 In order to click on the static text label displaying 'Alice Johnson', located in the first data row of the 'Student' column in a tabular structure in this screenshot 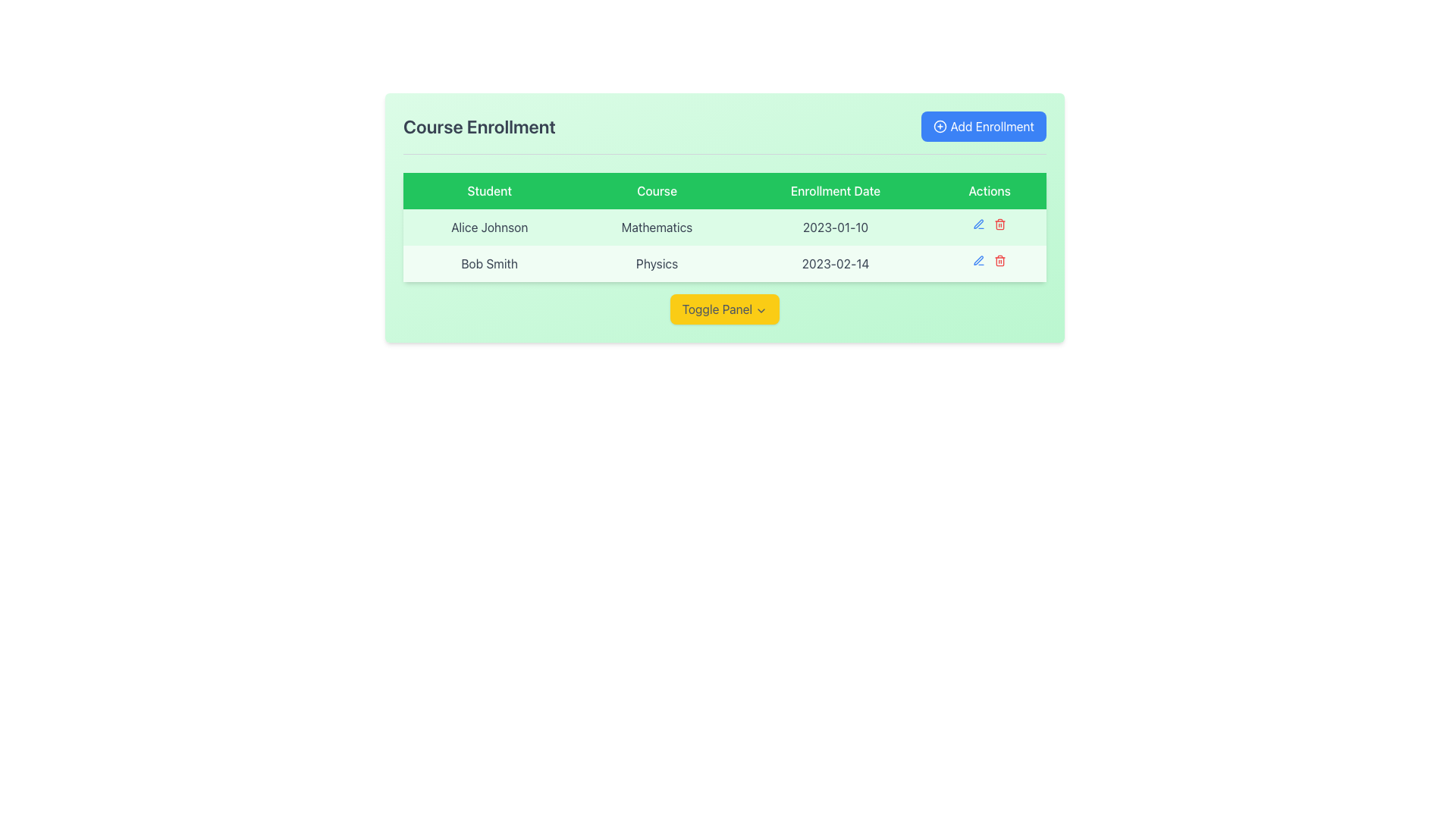, I will do `click(489, 227)`.